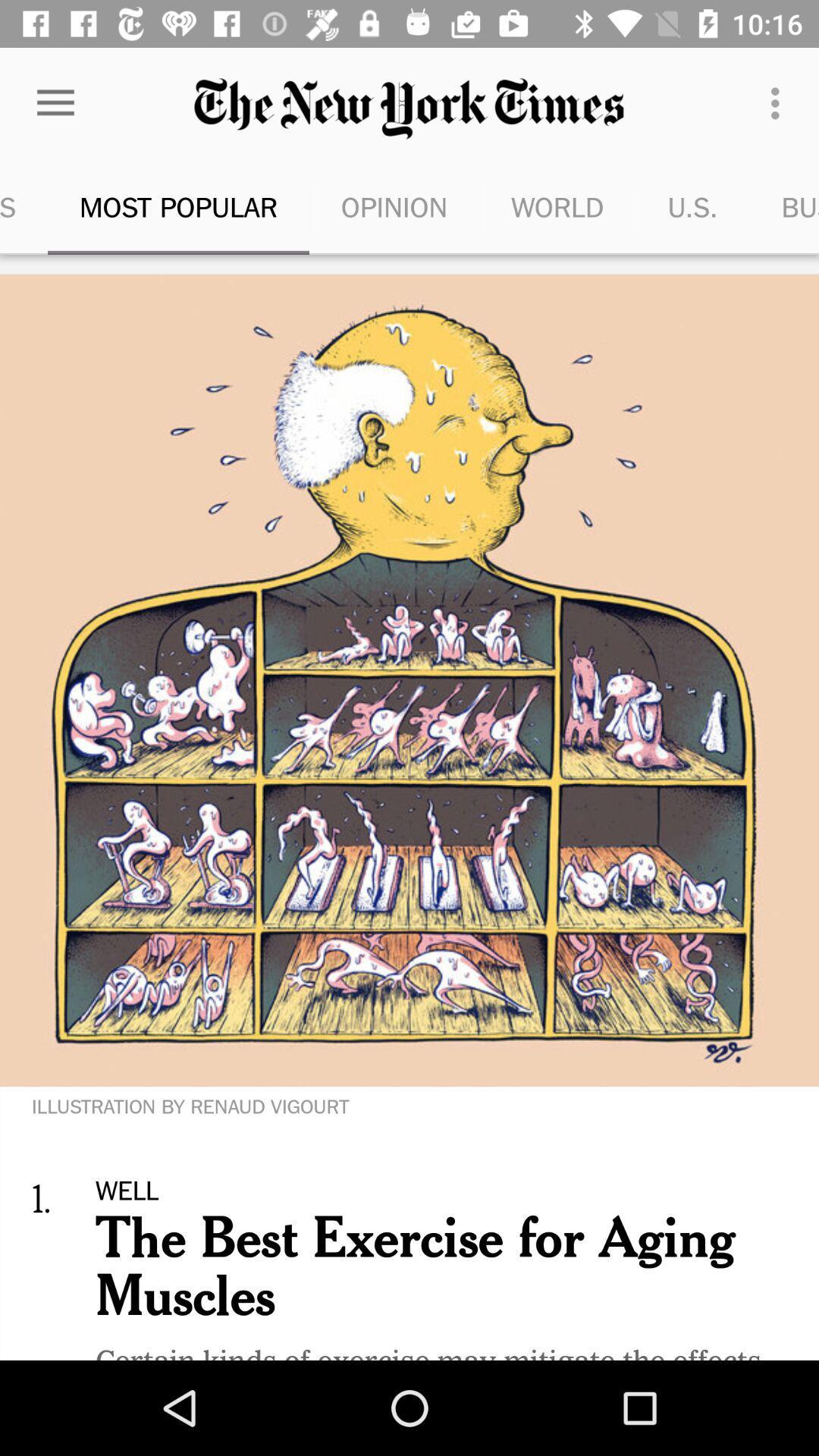 This screenshot has width=819, height=1456. I want to click on the icon above top stories, so click(55, 102).